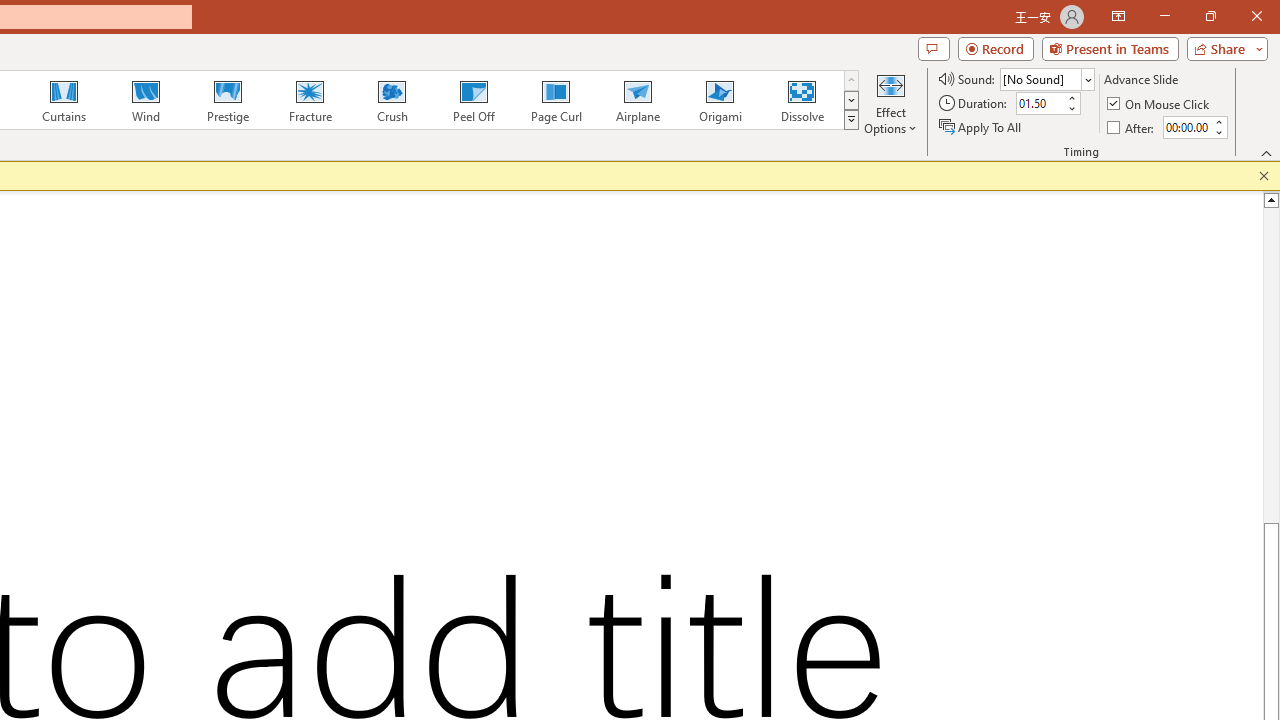 Image resolution: width=1280 pixels, height=720 pixels. I want to click on 'Origami', so click(720, 100).